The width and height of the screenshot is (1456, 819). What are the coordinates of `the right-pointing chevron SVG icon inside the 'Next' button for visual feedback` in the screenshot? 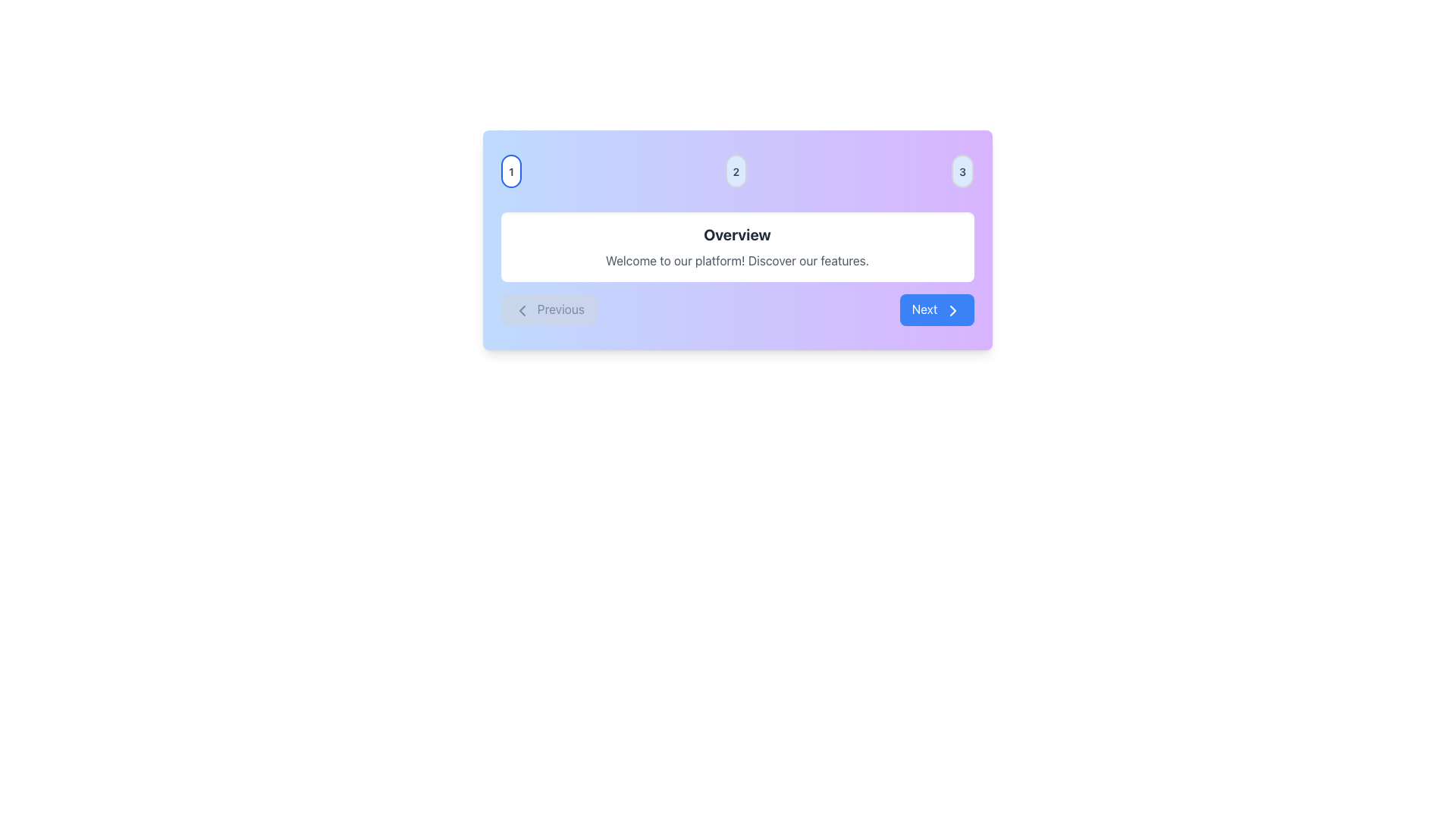 It's located at (952, 309).